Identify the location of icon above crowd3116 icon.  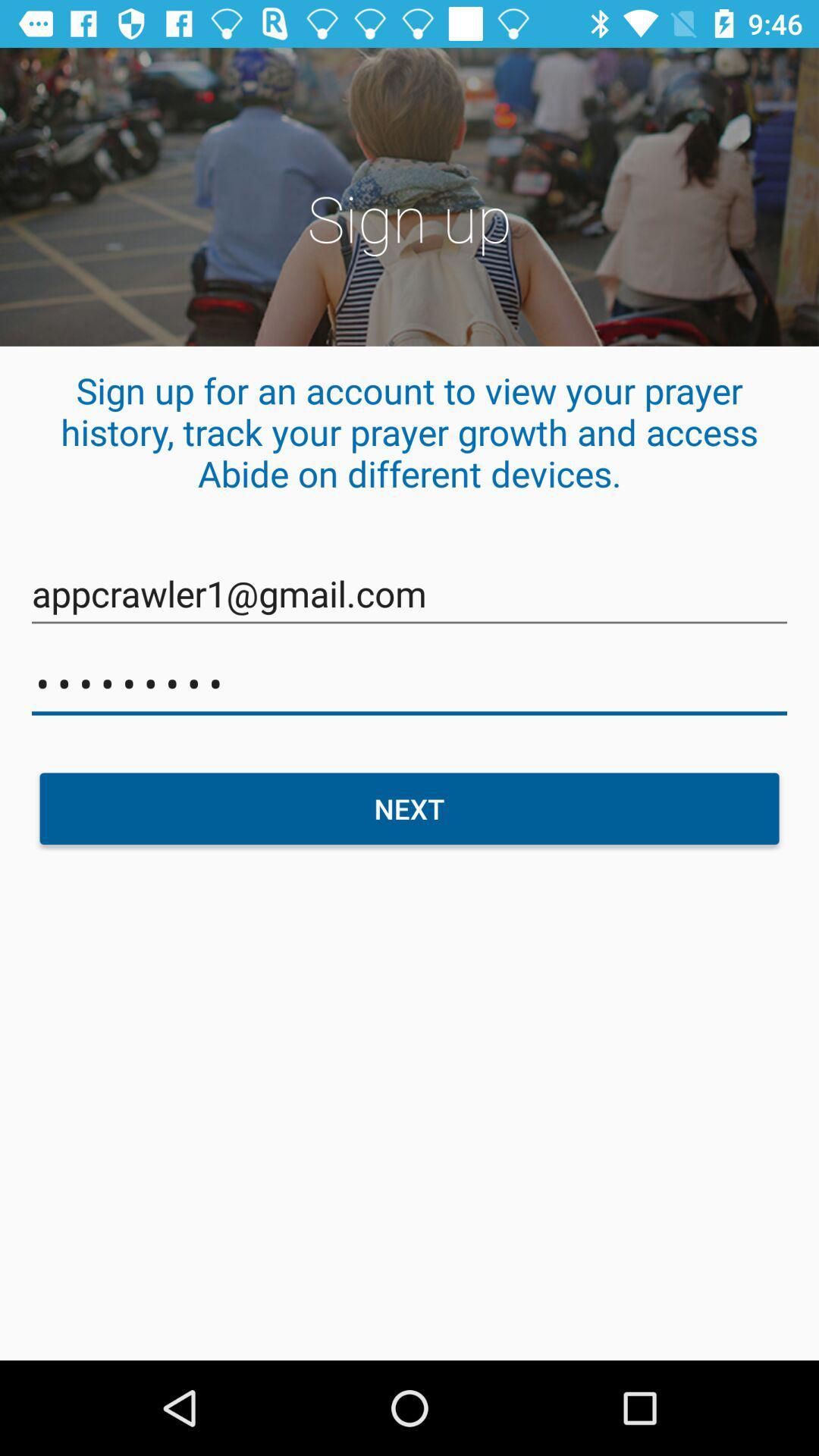
(409, 593).